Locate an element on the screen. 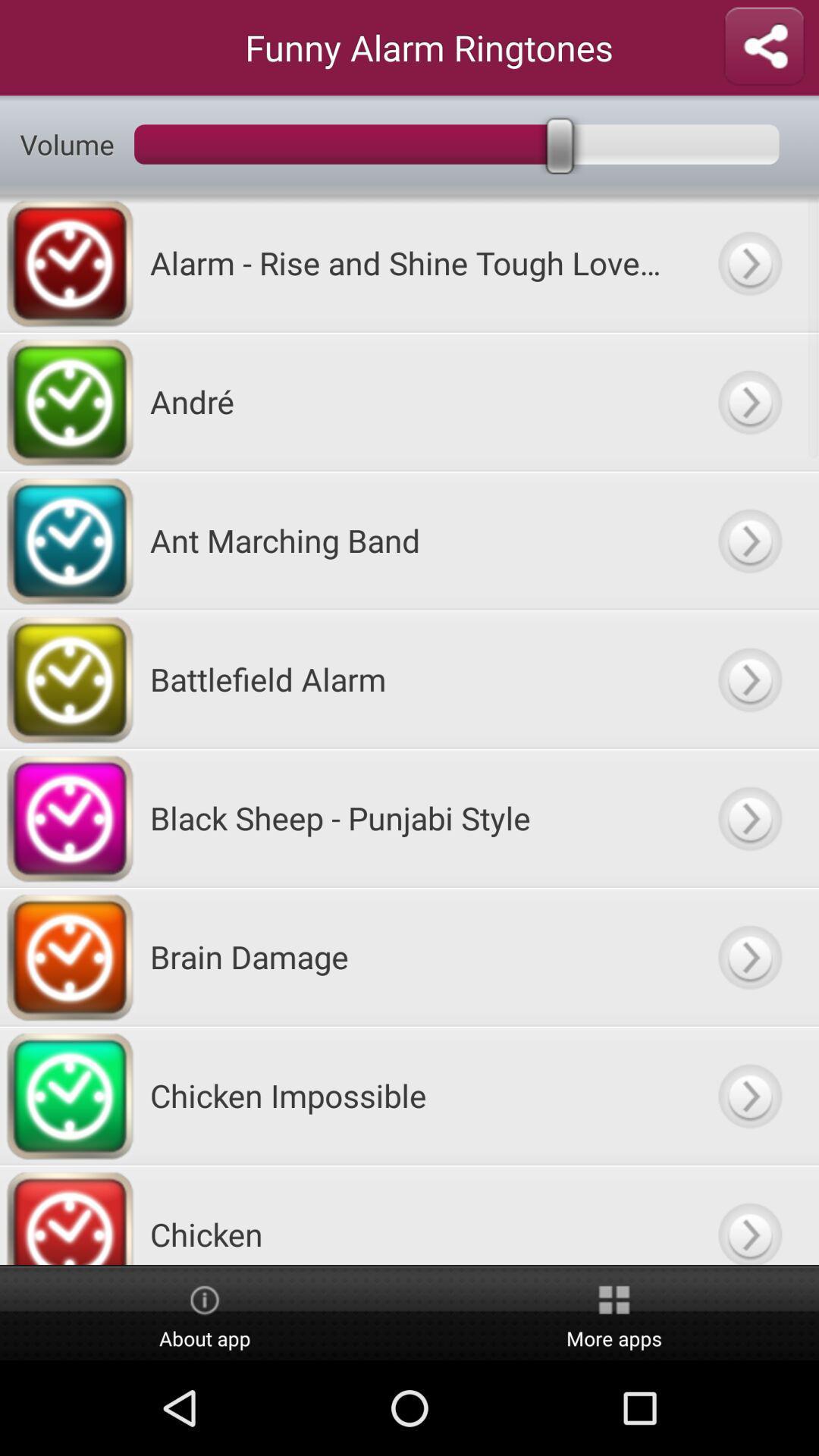  click the link is located at coordinates (748, 1095).